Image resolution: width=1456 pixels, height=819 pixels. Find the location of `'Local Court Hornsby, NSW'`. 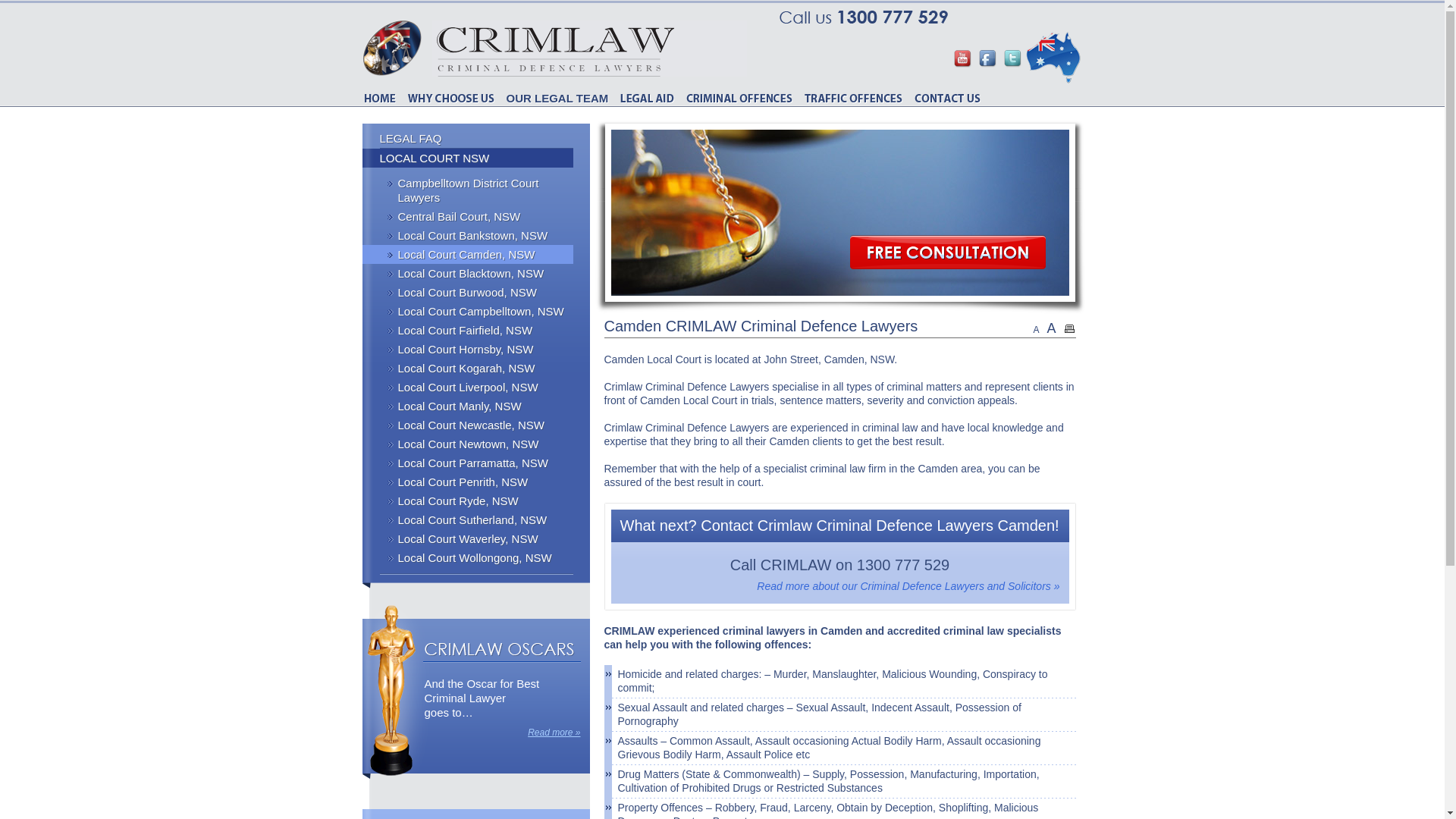

'Local Court Hornsby, NSW' is located at coordinates (467, 349).